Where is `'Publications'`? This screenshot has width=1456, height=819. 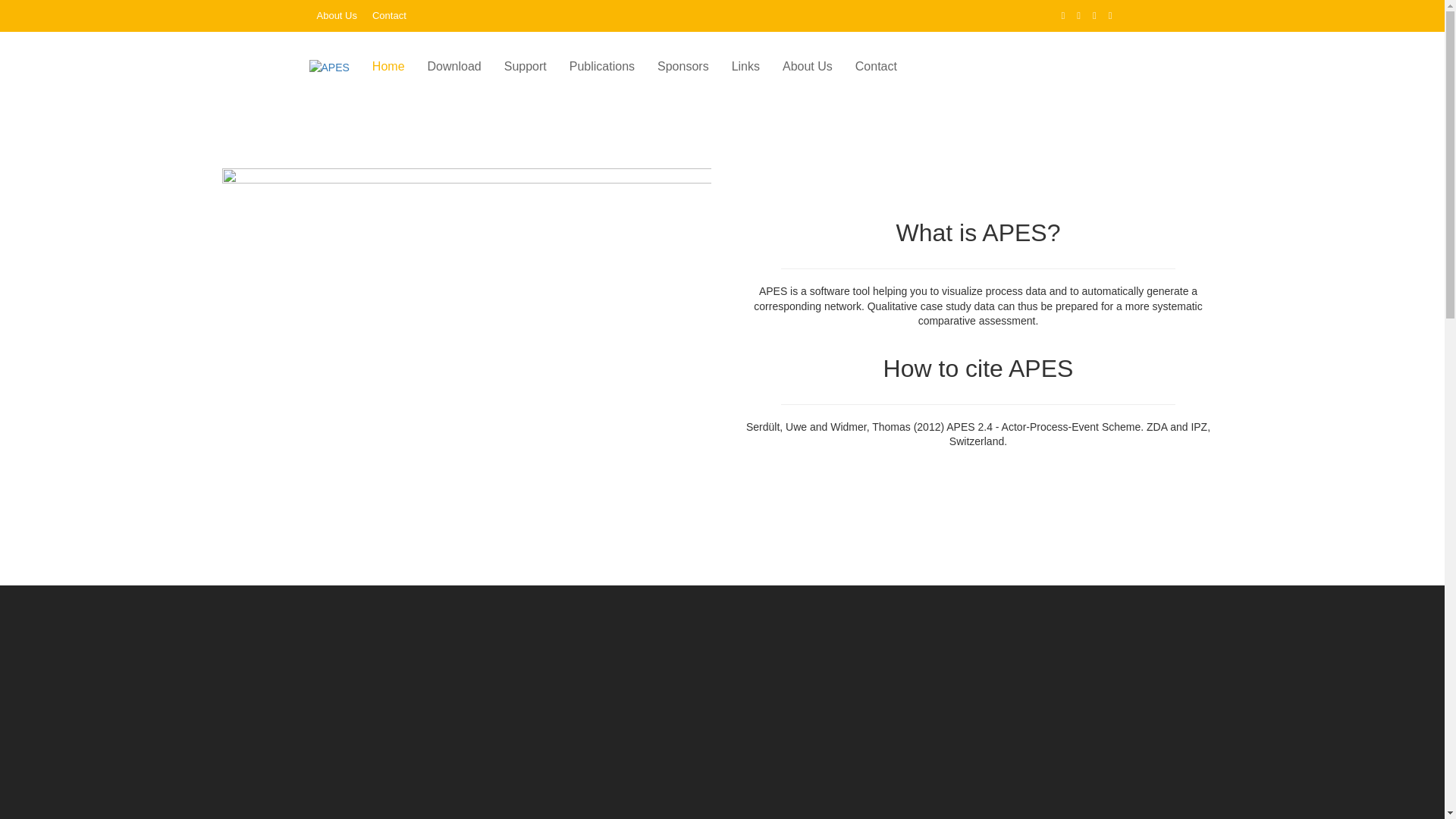 'Publications' is located at coordinates (601, 66).